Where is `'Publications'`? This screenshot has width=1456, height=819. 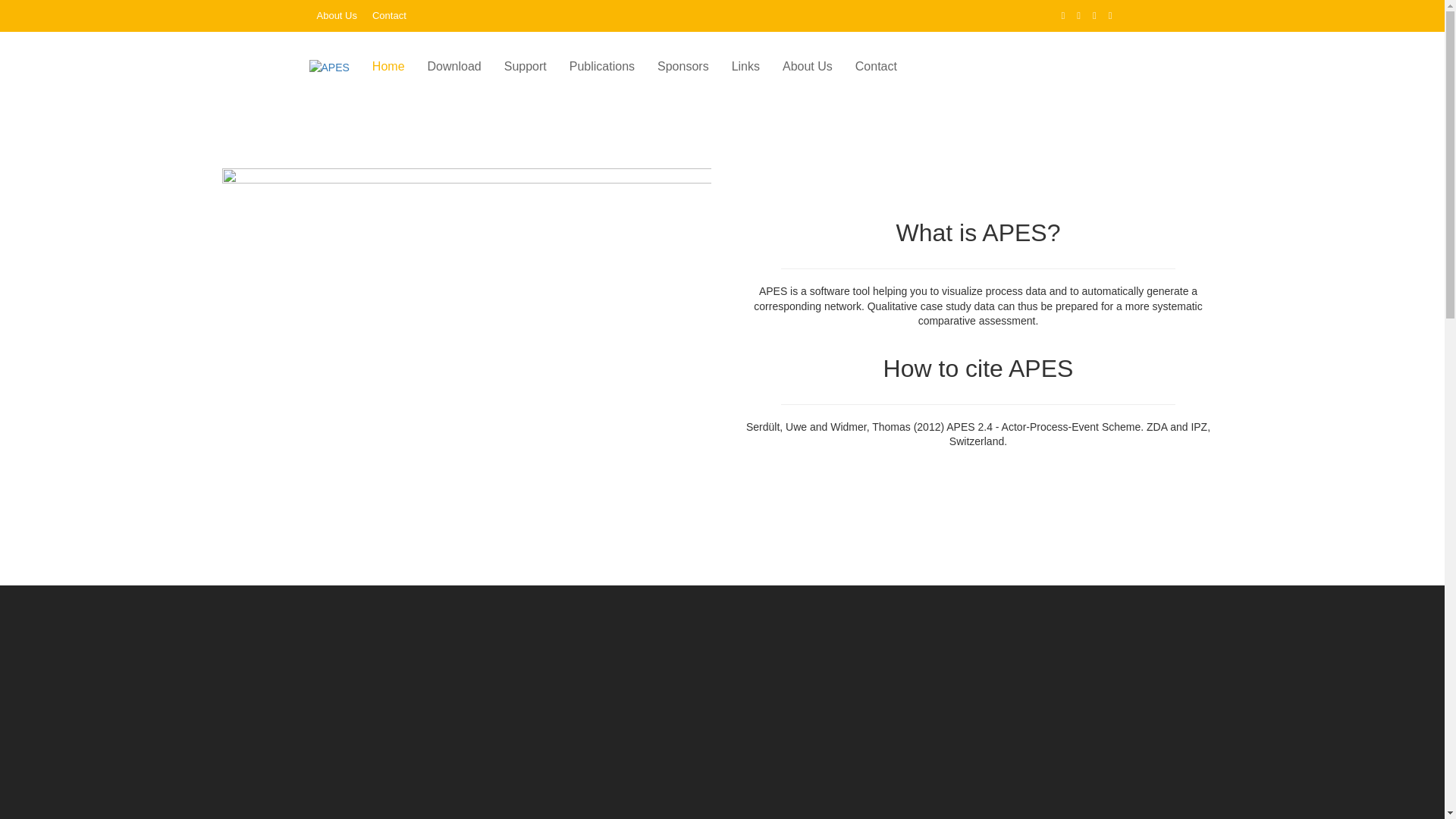 'Publications' is located at coordinates (601, 66).